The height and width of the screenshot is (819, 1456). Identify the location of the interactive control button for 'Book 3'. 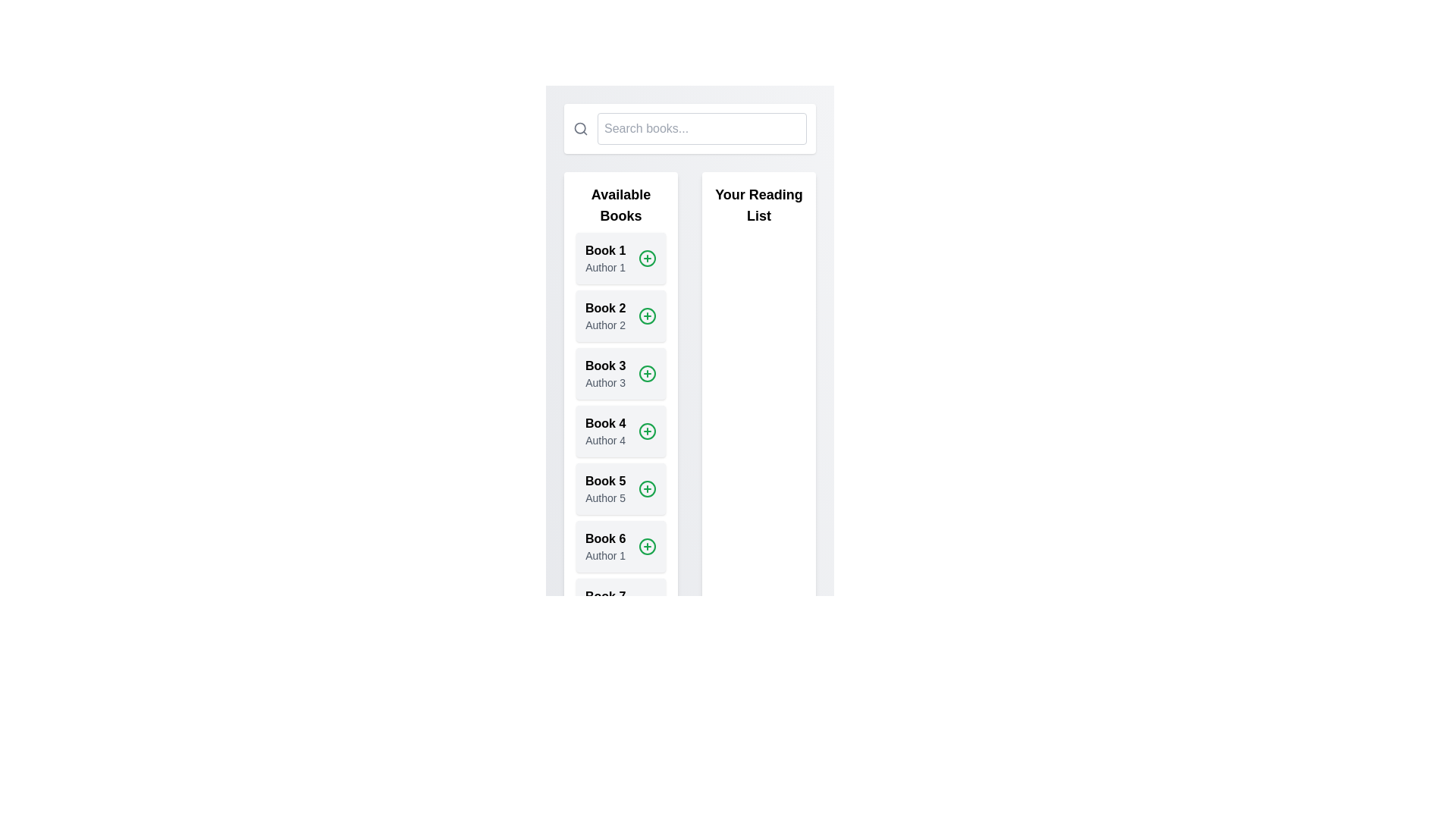
(648, 374).